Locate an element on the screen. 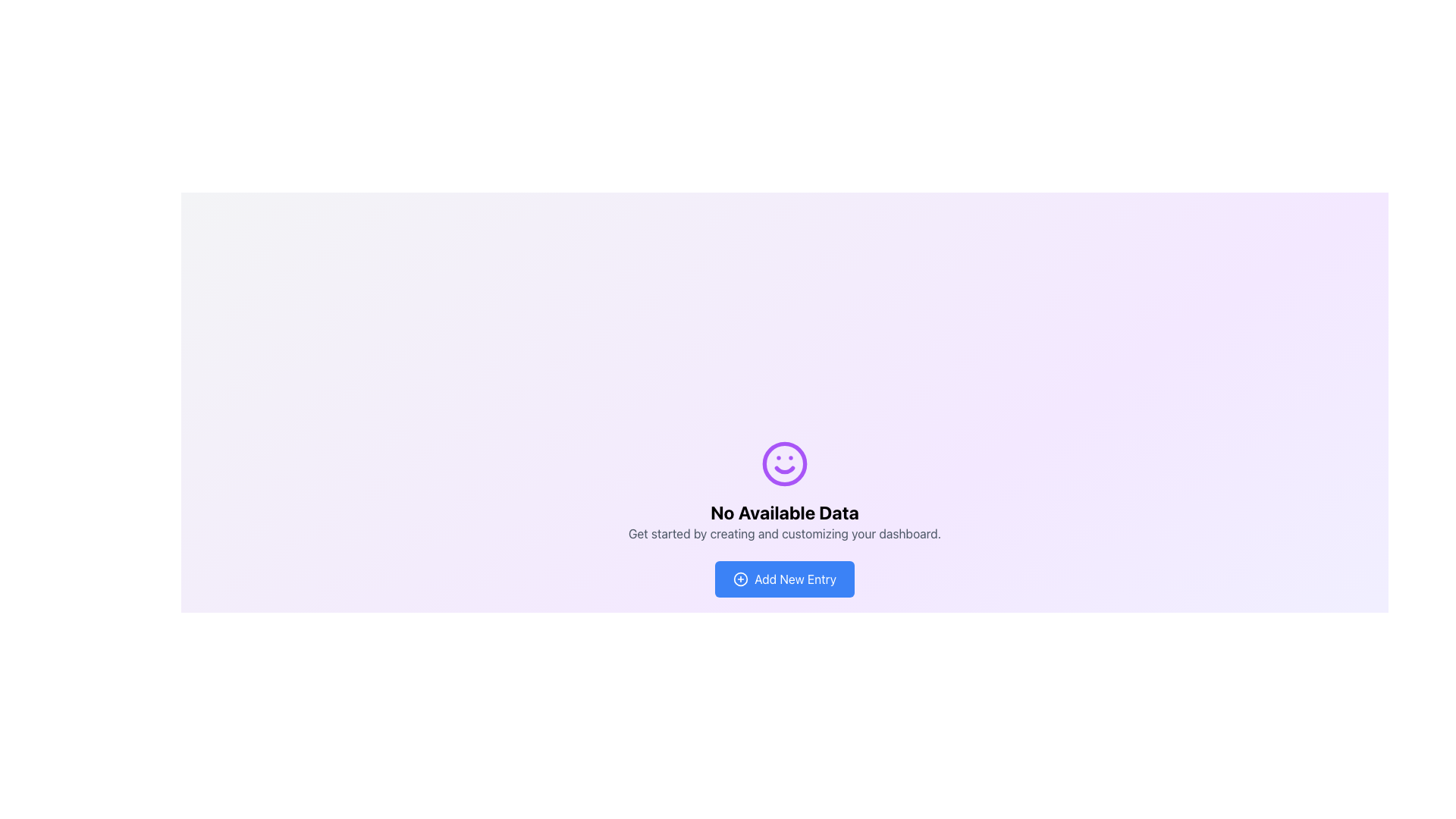 Image resolution: width=1456 pixels, height=819 pixels. the text block displaying 'No Available Data' along with the purple smiley face icon for accessibility purposes is located at coordinates (785, 491).